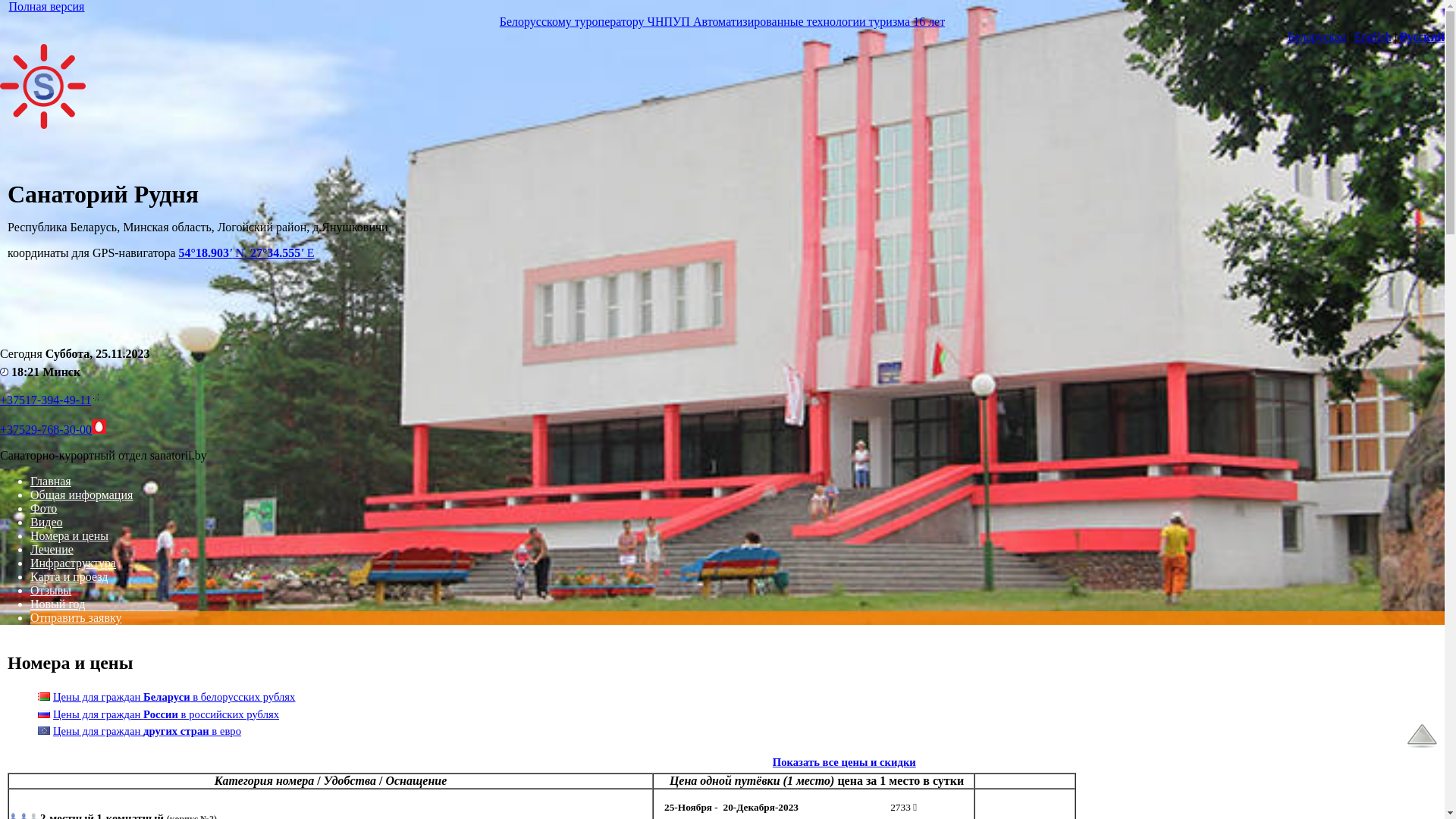  I want to click on '+37517-394-49-11', so click(45, 399).